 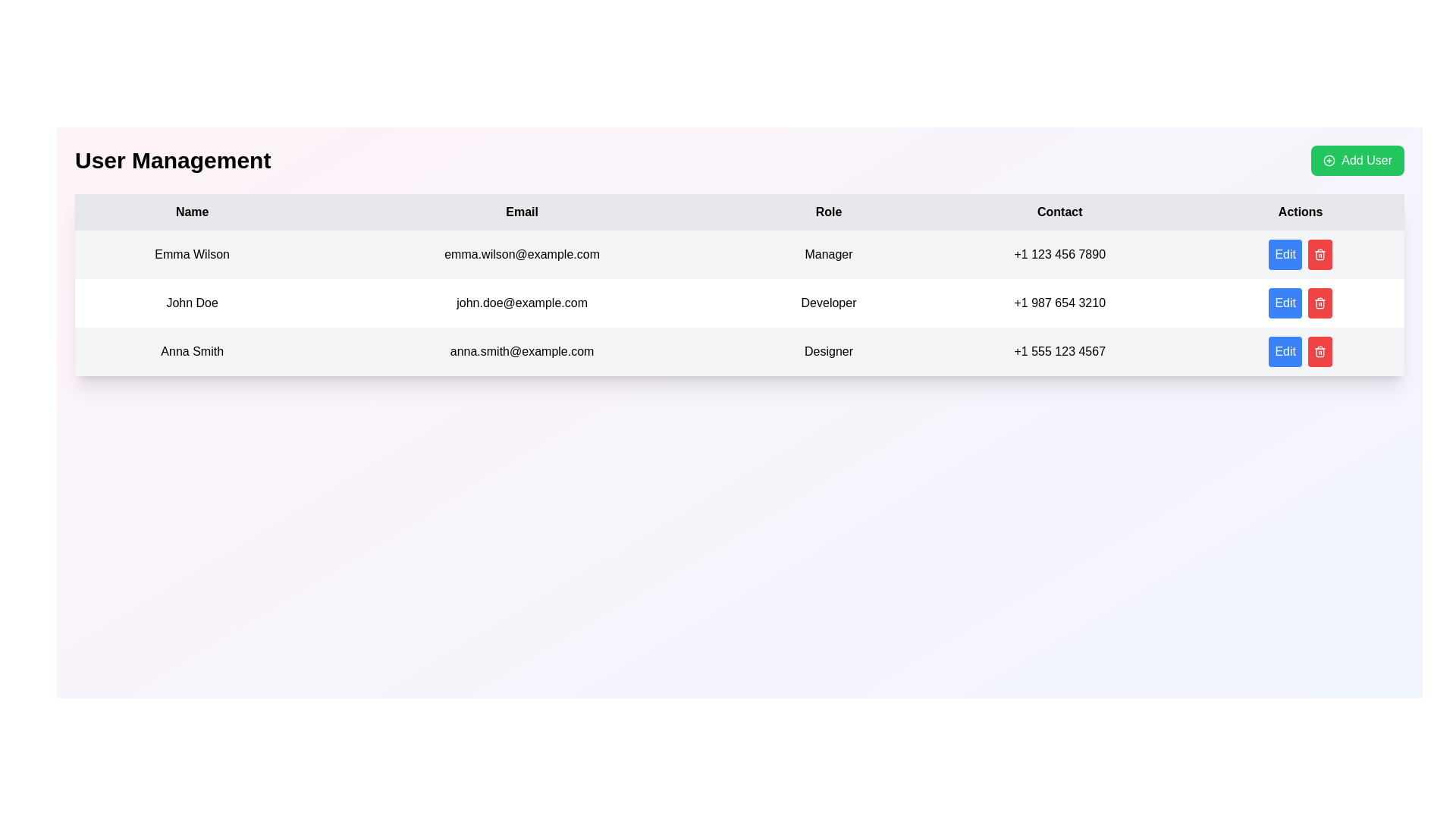 What do you see at coordinates (1059, 253) in the screenshot?
I see `the text label displaying the contact phone number in the fourth column of the first row under the 'Contact' header` at bounding box center [1059, 253].